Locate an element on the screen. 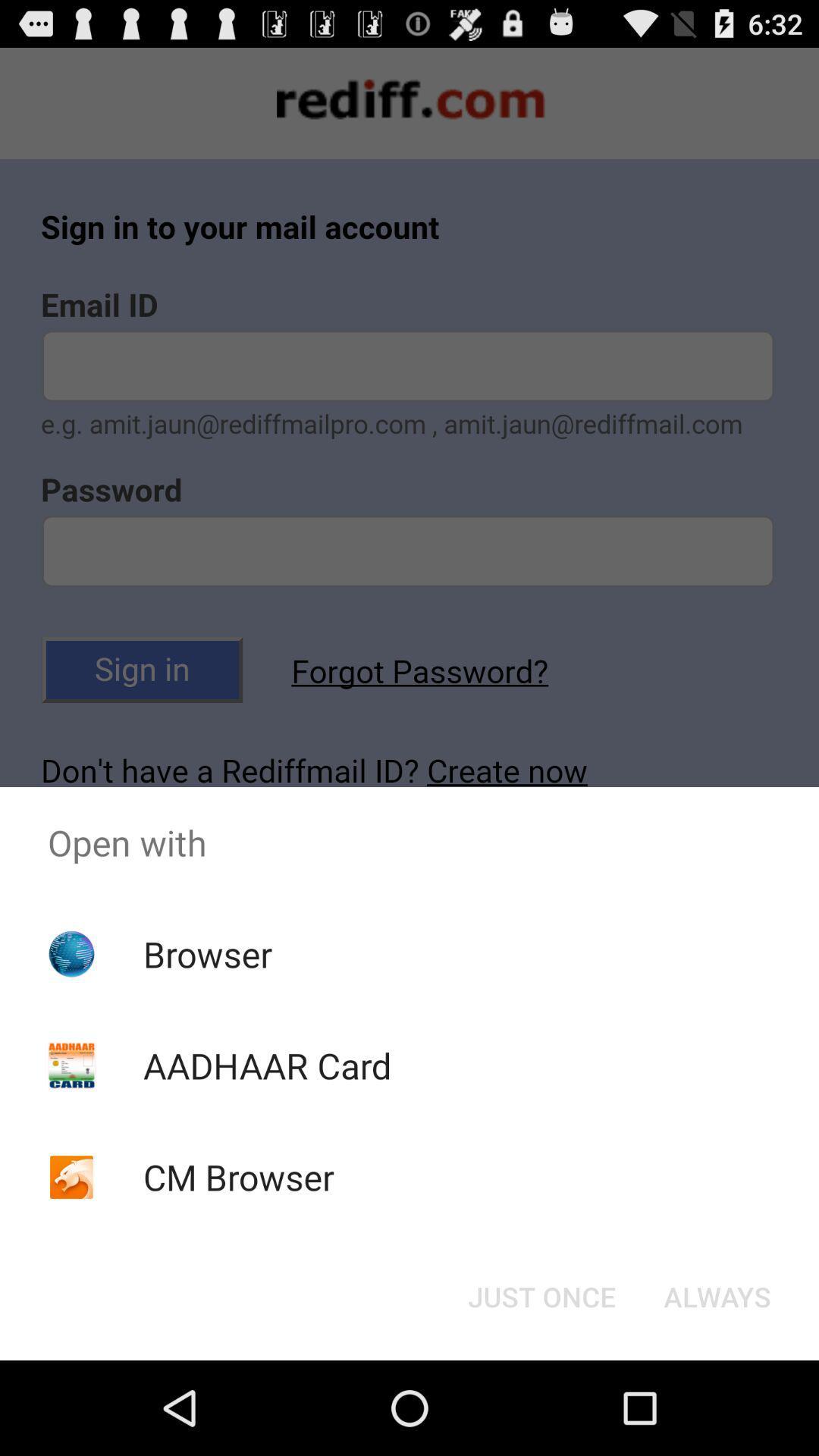 This screenshot has height=1456, width=819. button to the left of always button is located at coordinates (541, 1295).